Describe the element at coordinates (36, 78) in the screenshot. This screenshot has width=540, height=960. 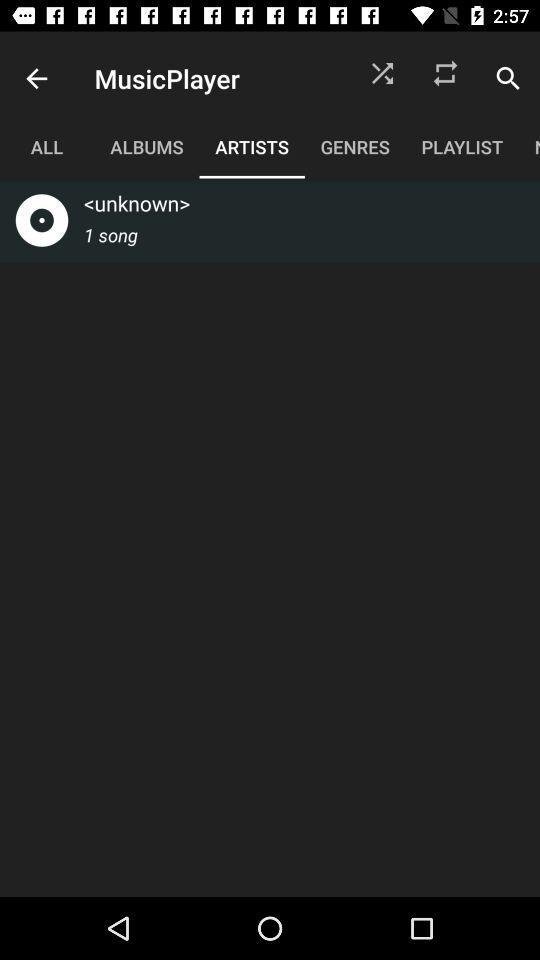
I see `the icon to the left of musicplayer item` at that location.